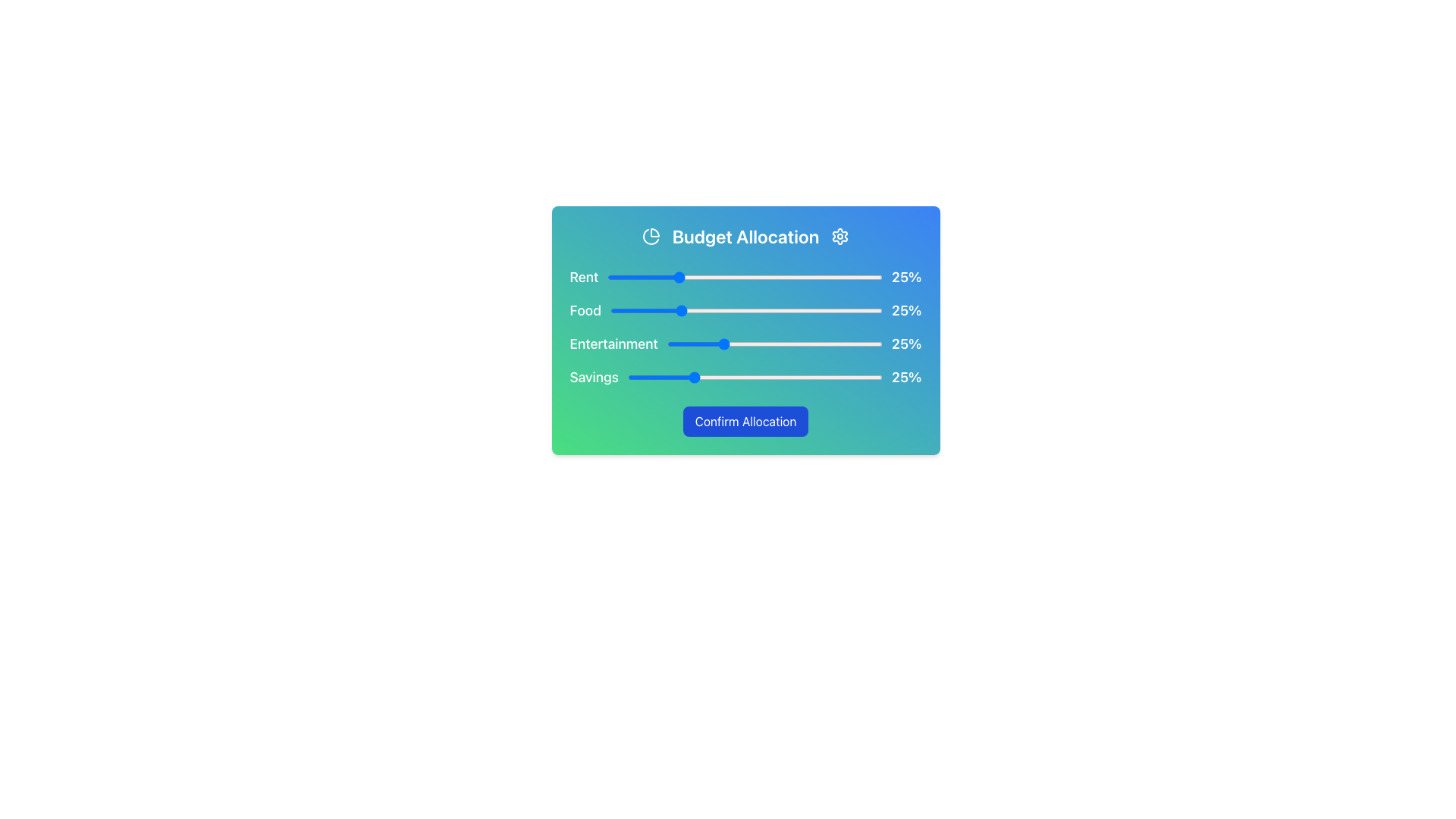 The height and width of the screenshot is (819, 1456). Describe the element at coordinates (746, 309) in the screenshot. I see `the Food allocation slider` at that location.